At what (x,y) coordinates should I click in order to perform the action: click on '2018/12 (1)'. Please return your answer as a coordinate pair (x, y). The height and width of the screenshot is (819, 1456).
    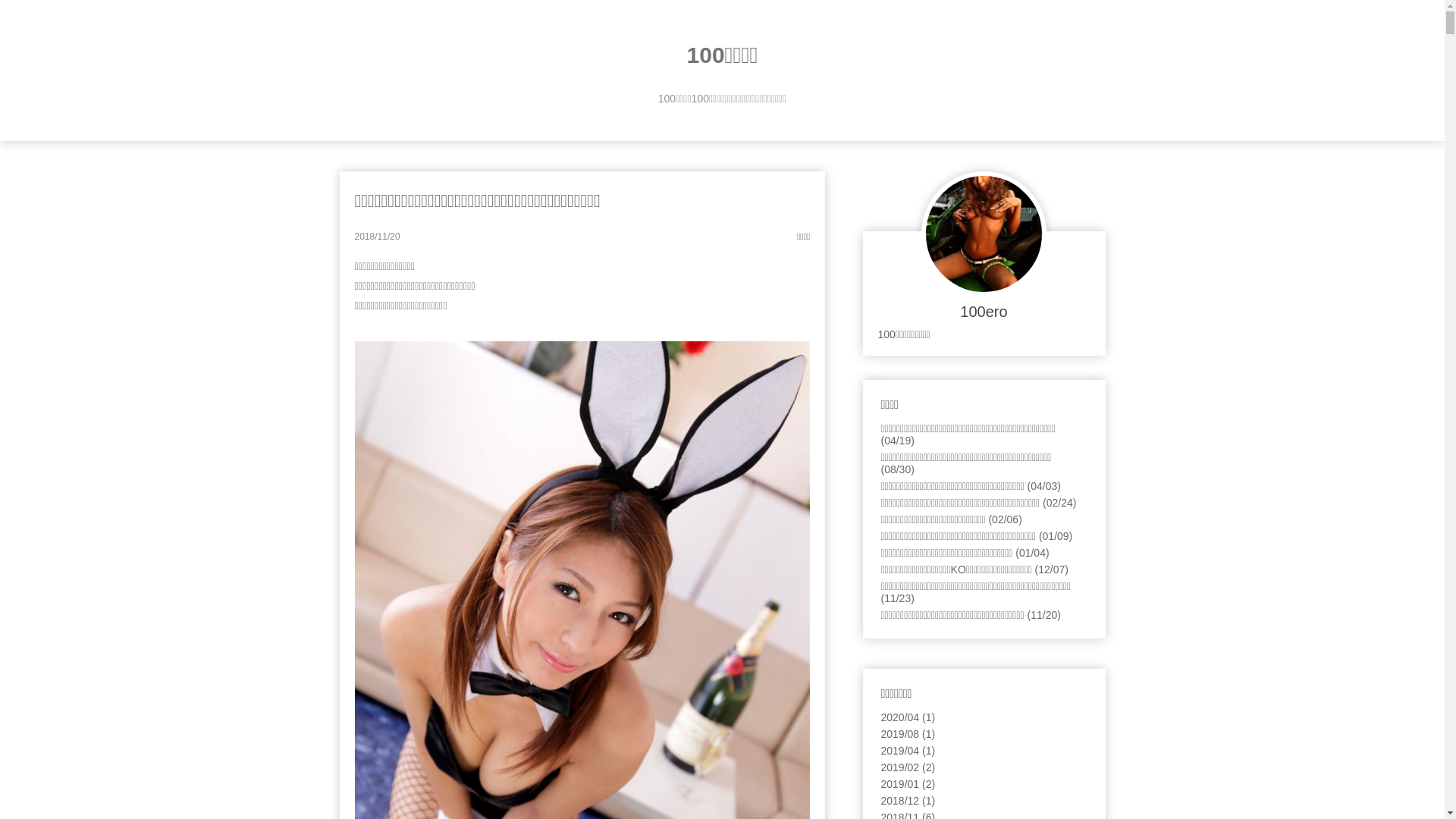
    Looking at the image, I should click on (908, 800).